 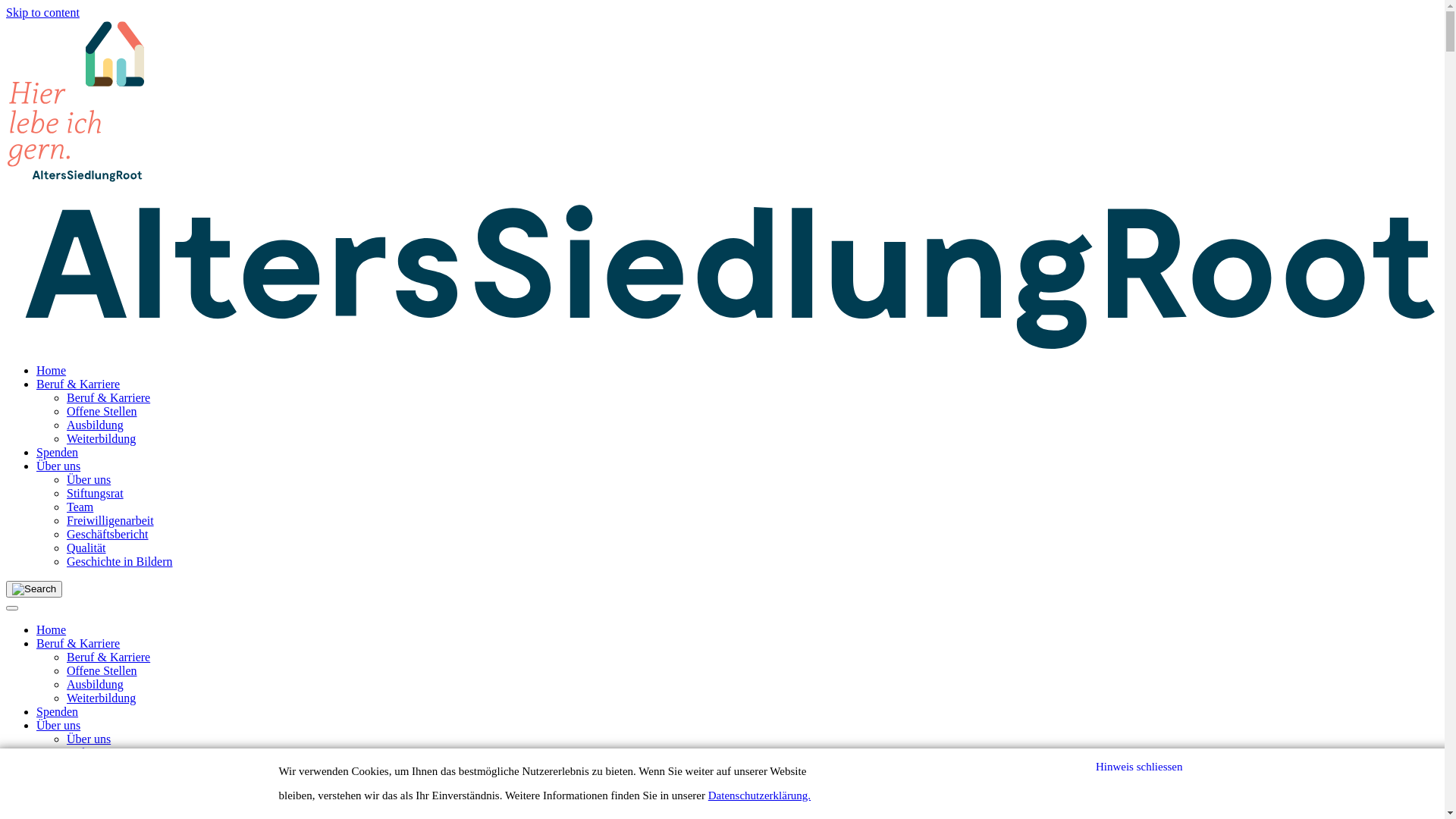 What do you see at coordinates (77, 643) in the screenshot?
I see `'Beruf & Karriere'` at bounding box center [77, 643].